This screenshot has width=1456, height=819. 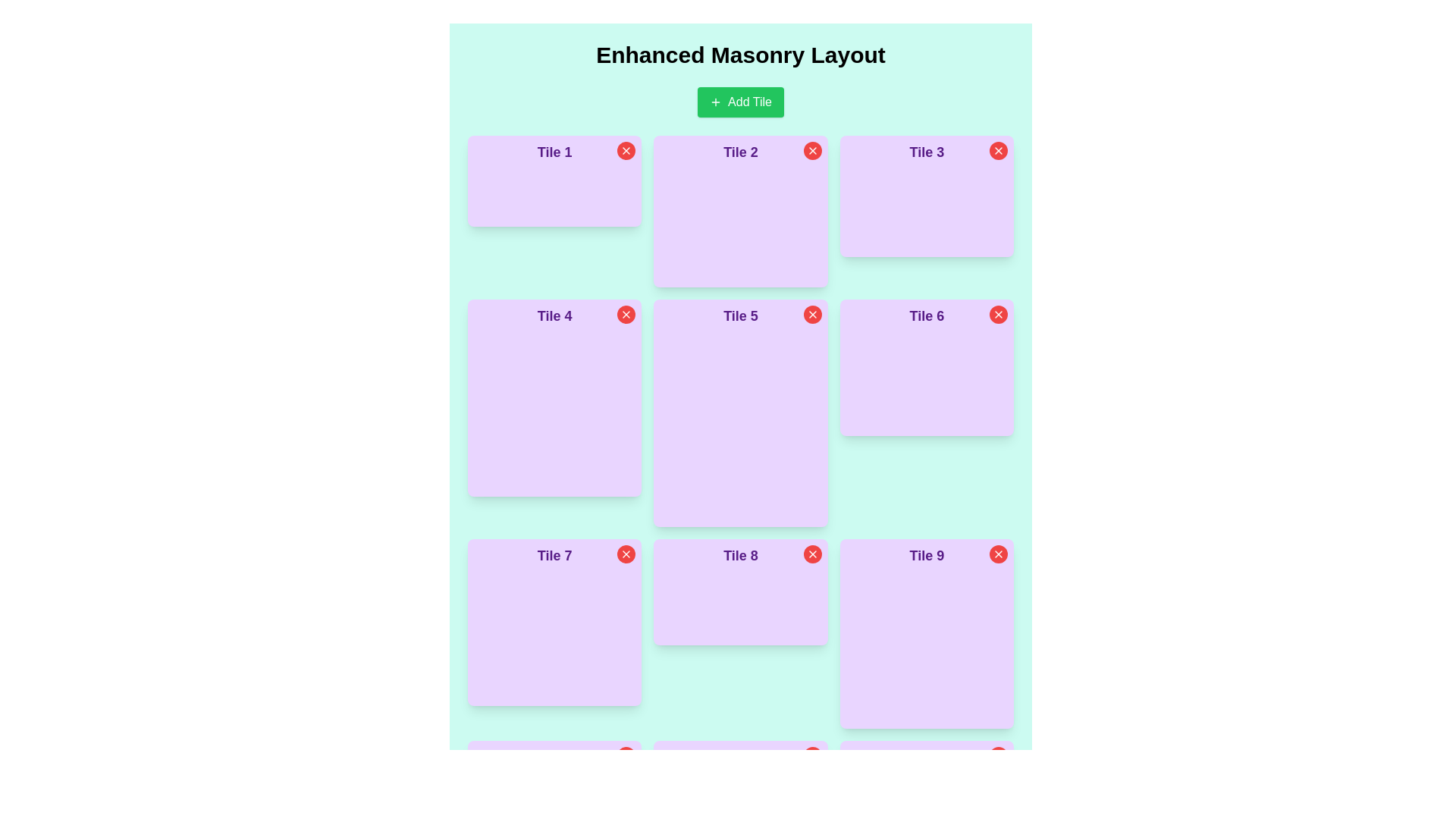 What do you see at coordinates (811, 151) in the screenshot?
I see `the small 'X' mark button located in the top-right corner of 'Tile 2'` at bounding box center [811, 151].